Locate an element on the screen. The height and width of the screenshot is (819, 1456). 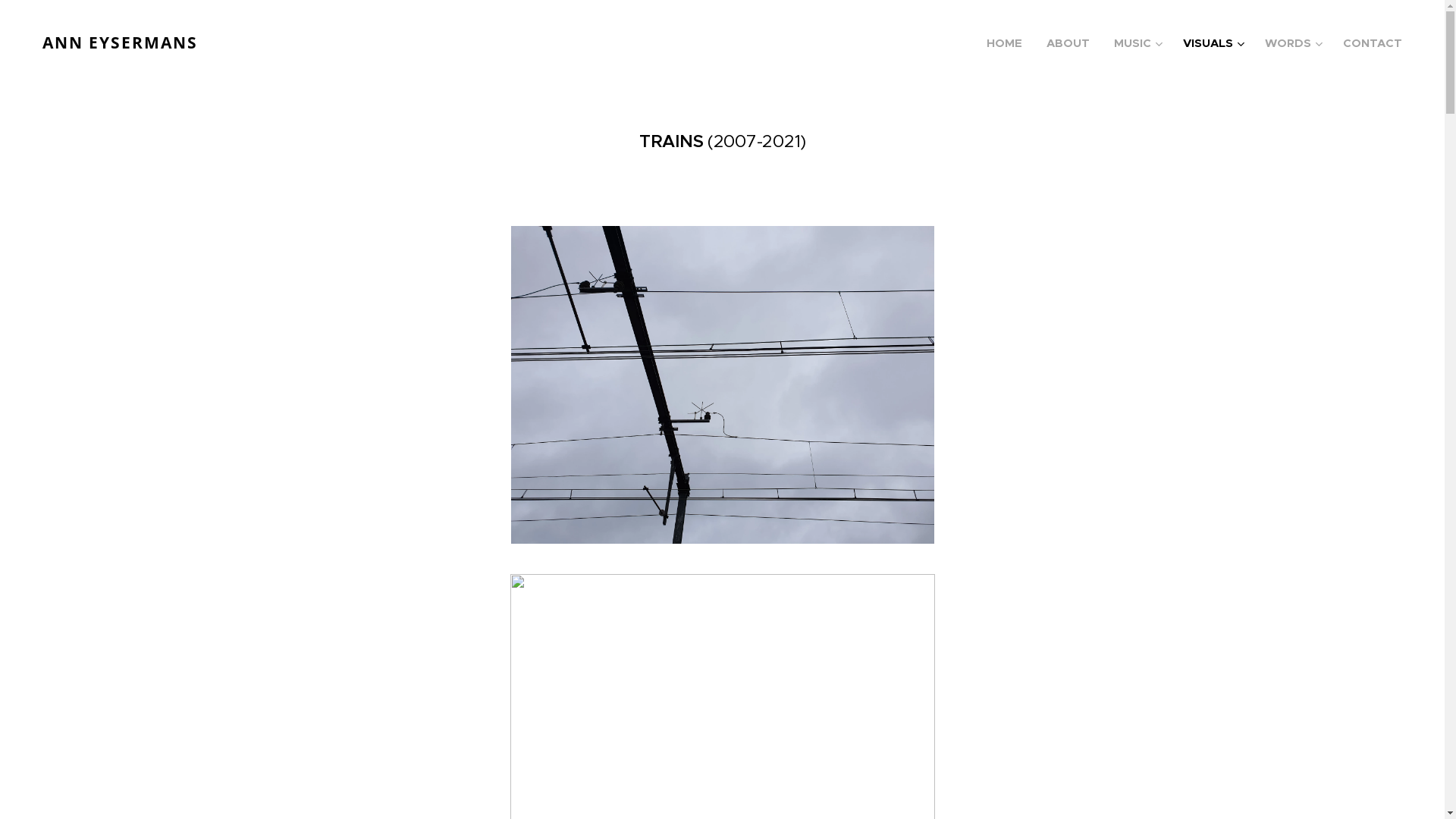
'VISUALS' is located at coordinates (1211, 42).